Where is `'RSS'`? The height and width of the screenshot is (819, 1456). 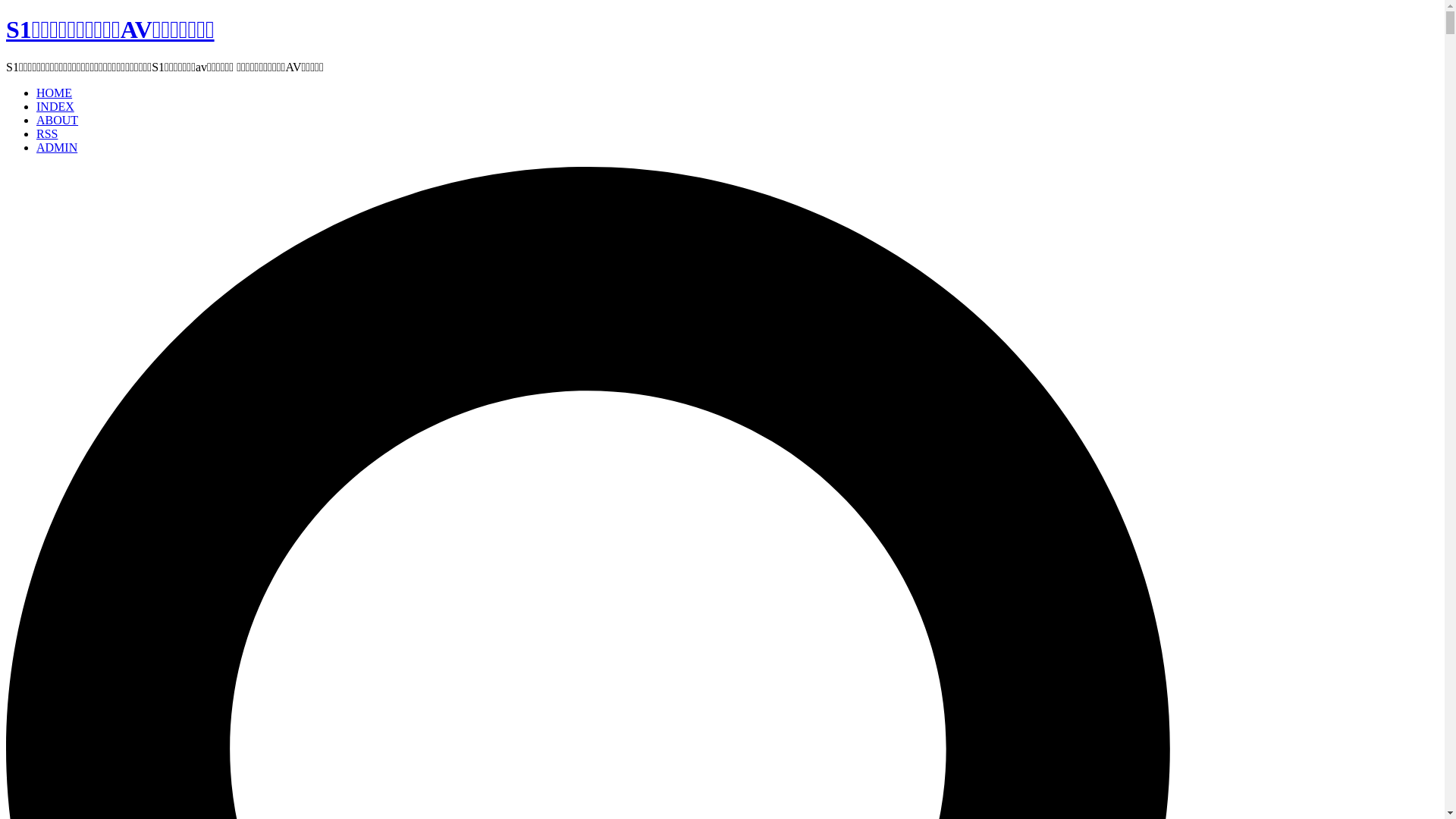 'RSS' is located at coordinates (47, 133).